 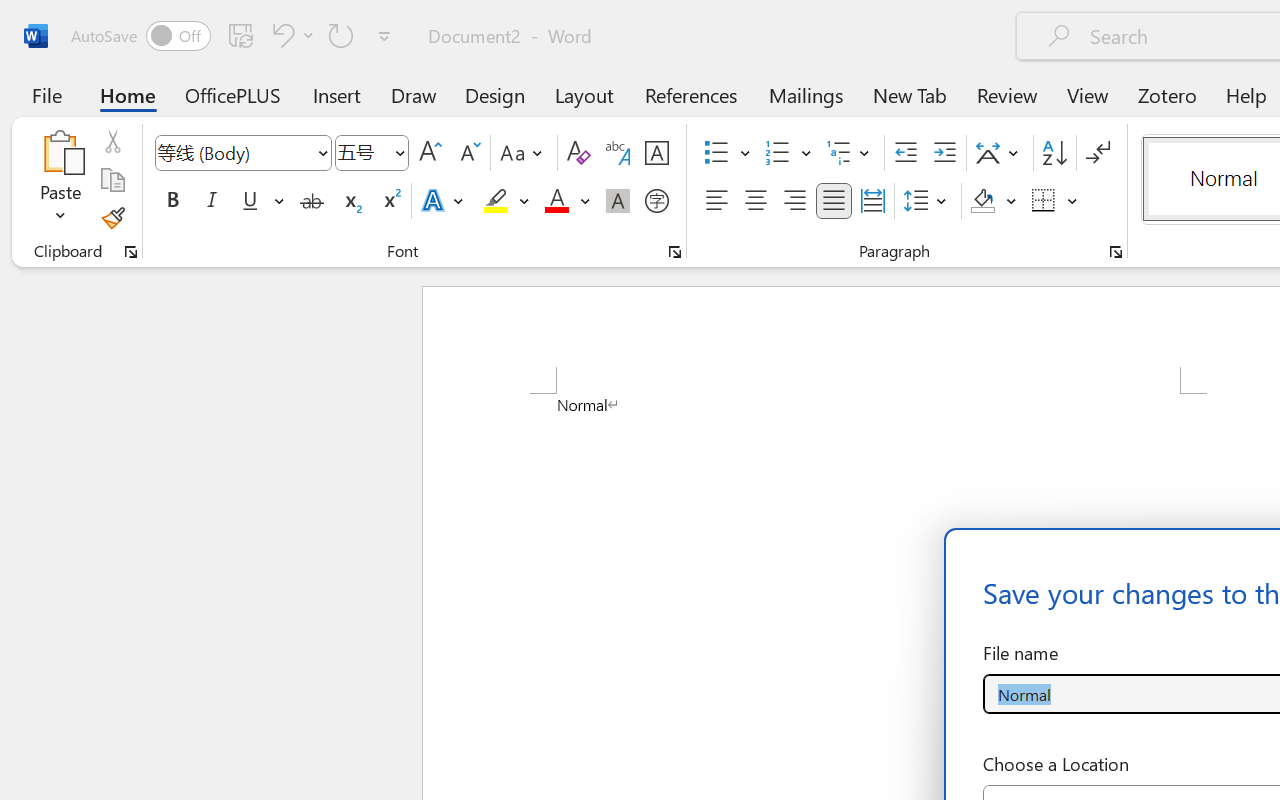 What do you see at coordinates (909, 94) in the screenshot?
I see `'New Tab'` at bounding box center [909, 94].